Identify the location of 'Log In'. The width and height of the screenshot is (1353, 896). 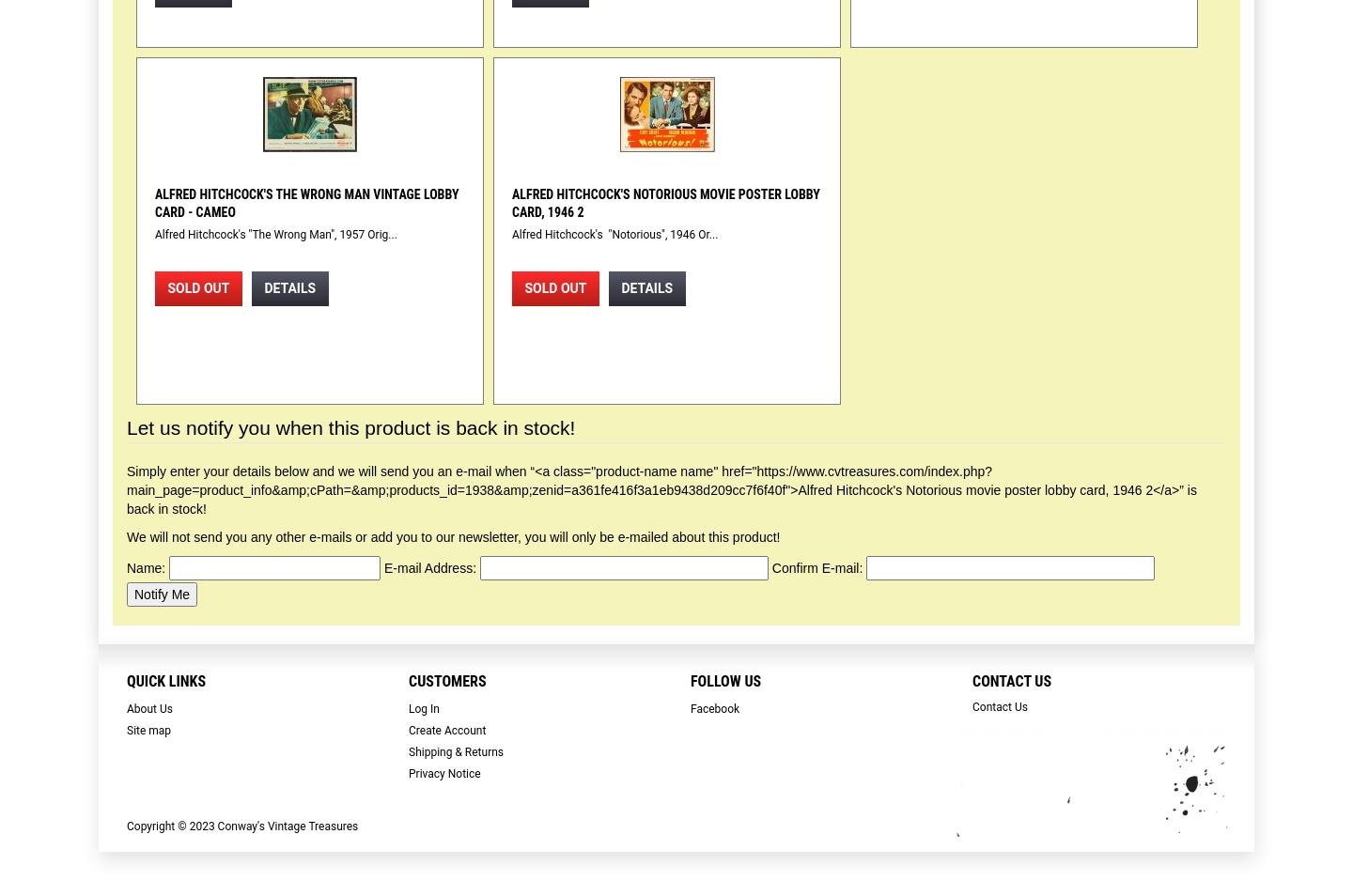
(409, 708).